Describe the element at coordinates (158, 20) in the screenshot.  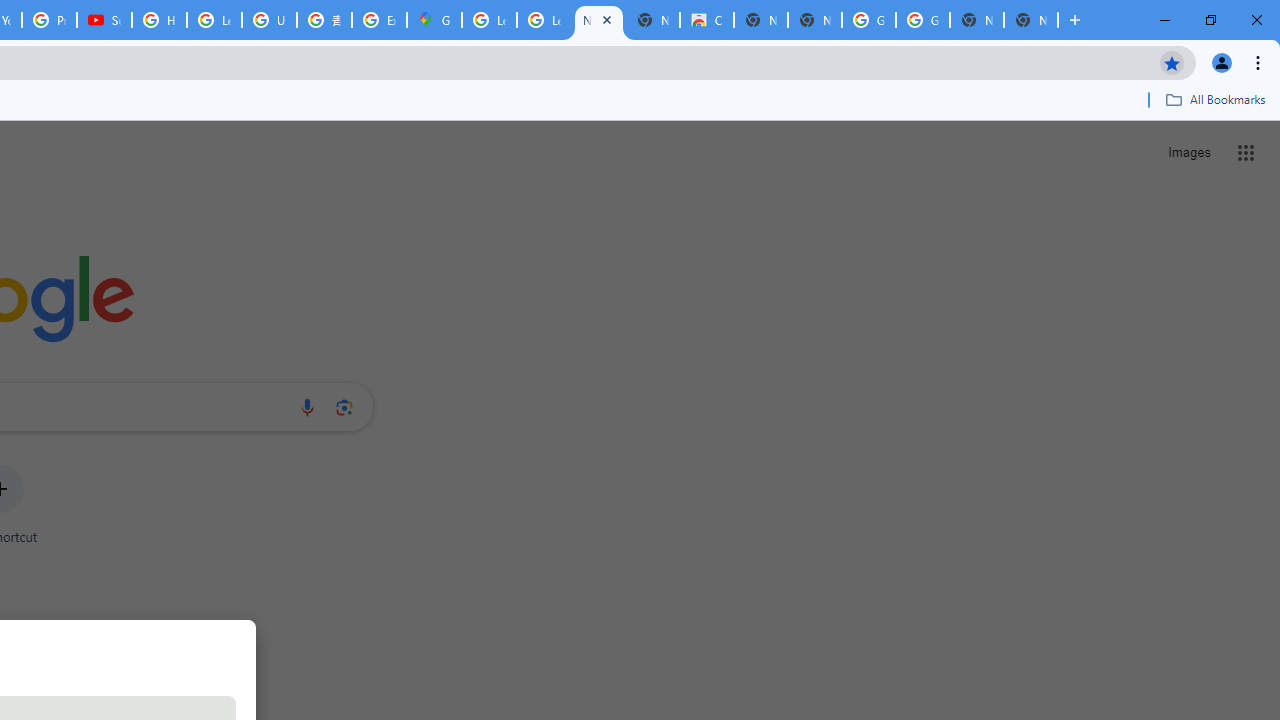
I see `'How Chrome protects your passwords - Google Chrome Help'` at that location.